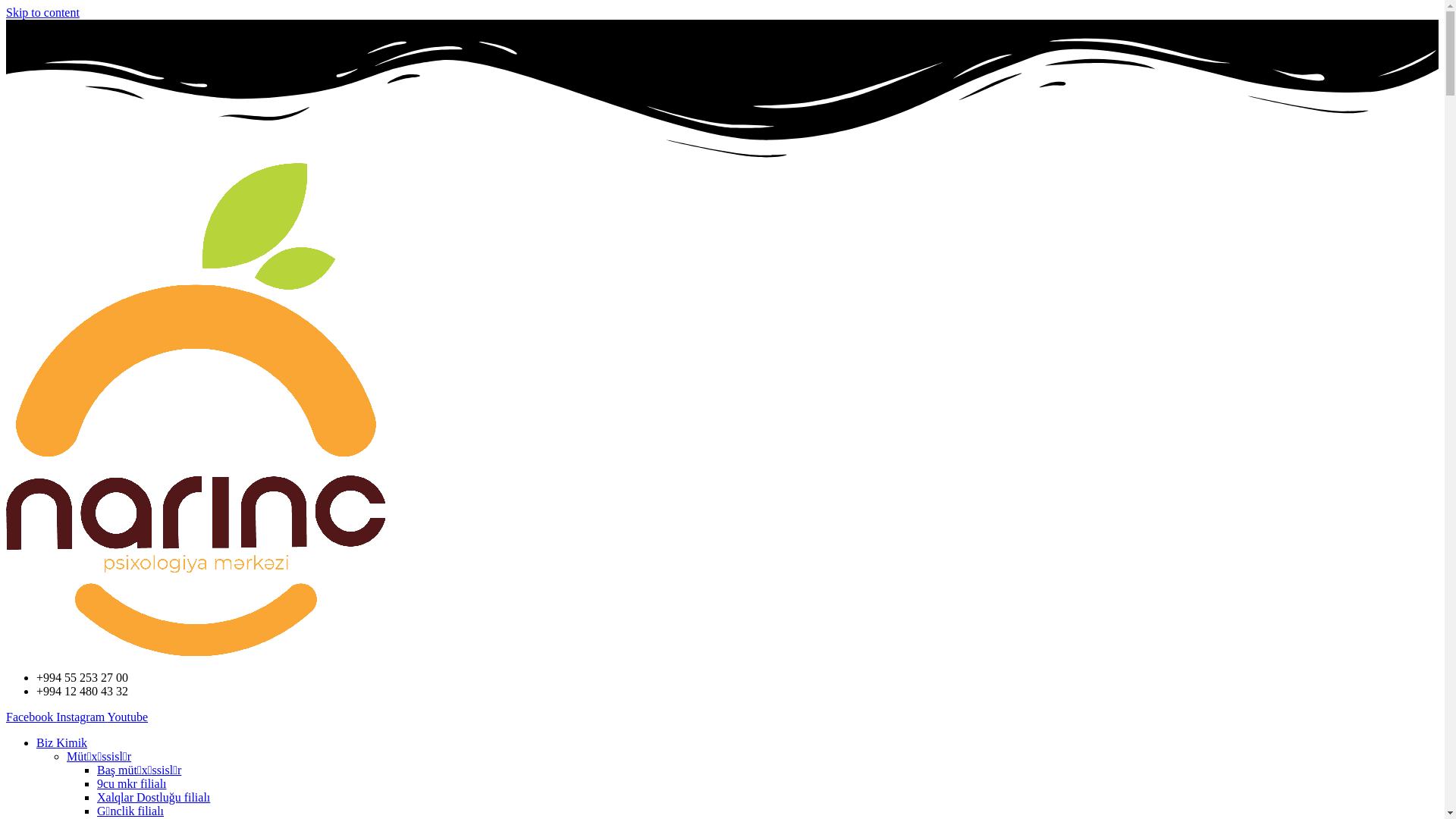 The width and height of the screenshot is (1456, 819). What do you see at coordinates (31, 717) in the screenshot?
I see `'Facebook'` at bounding box center [31, 717].